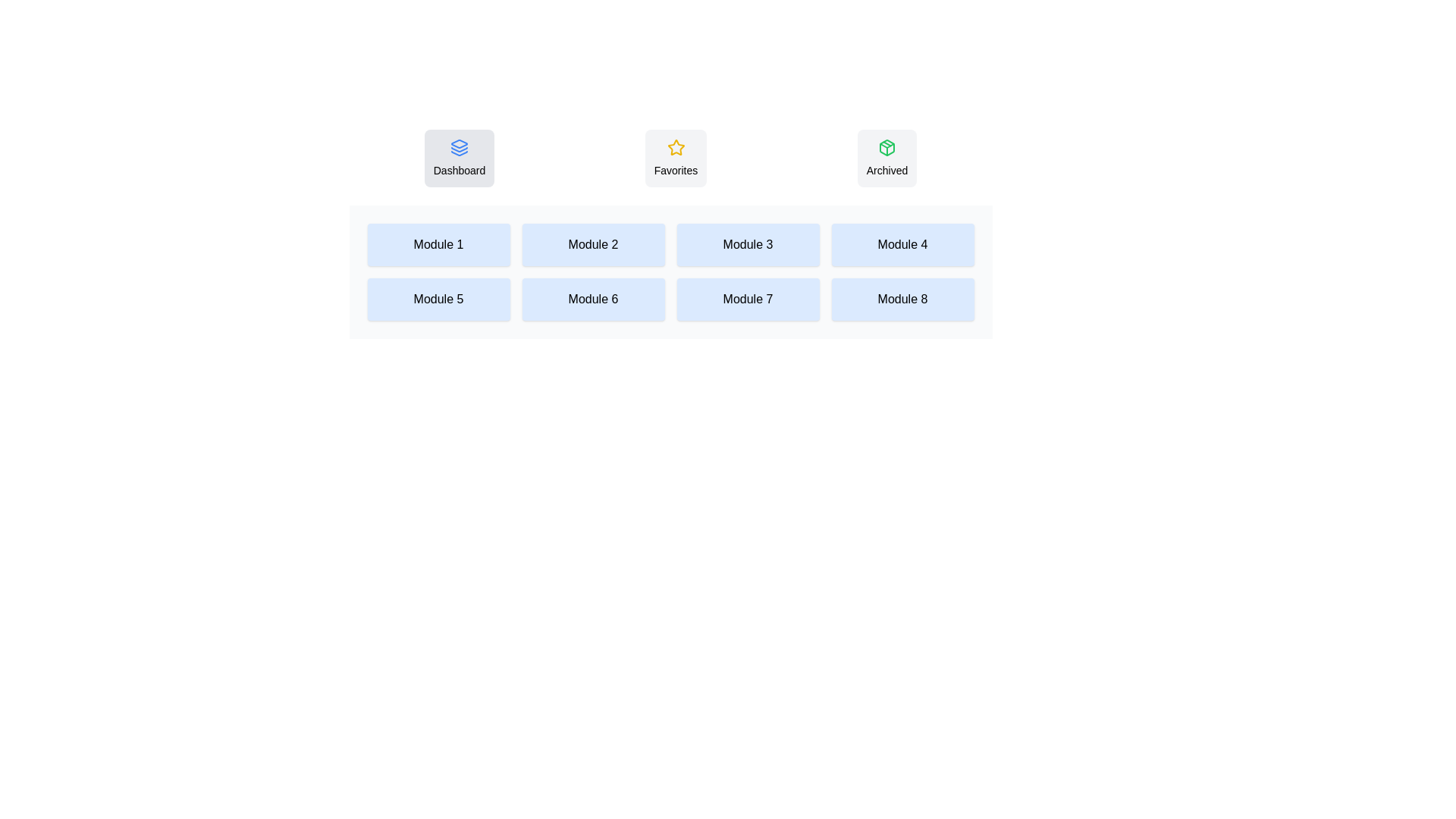 This screenshot has height=819, width=1456. I want to click on the Favorites tab by clicking its button, so click(675, 158).